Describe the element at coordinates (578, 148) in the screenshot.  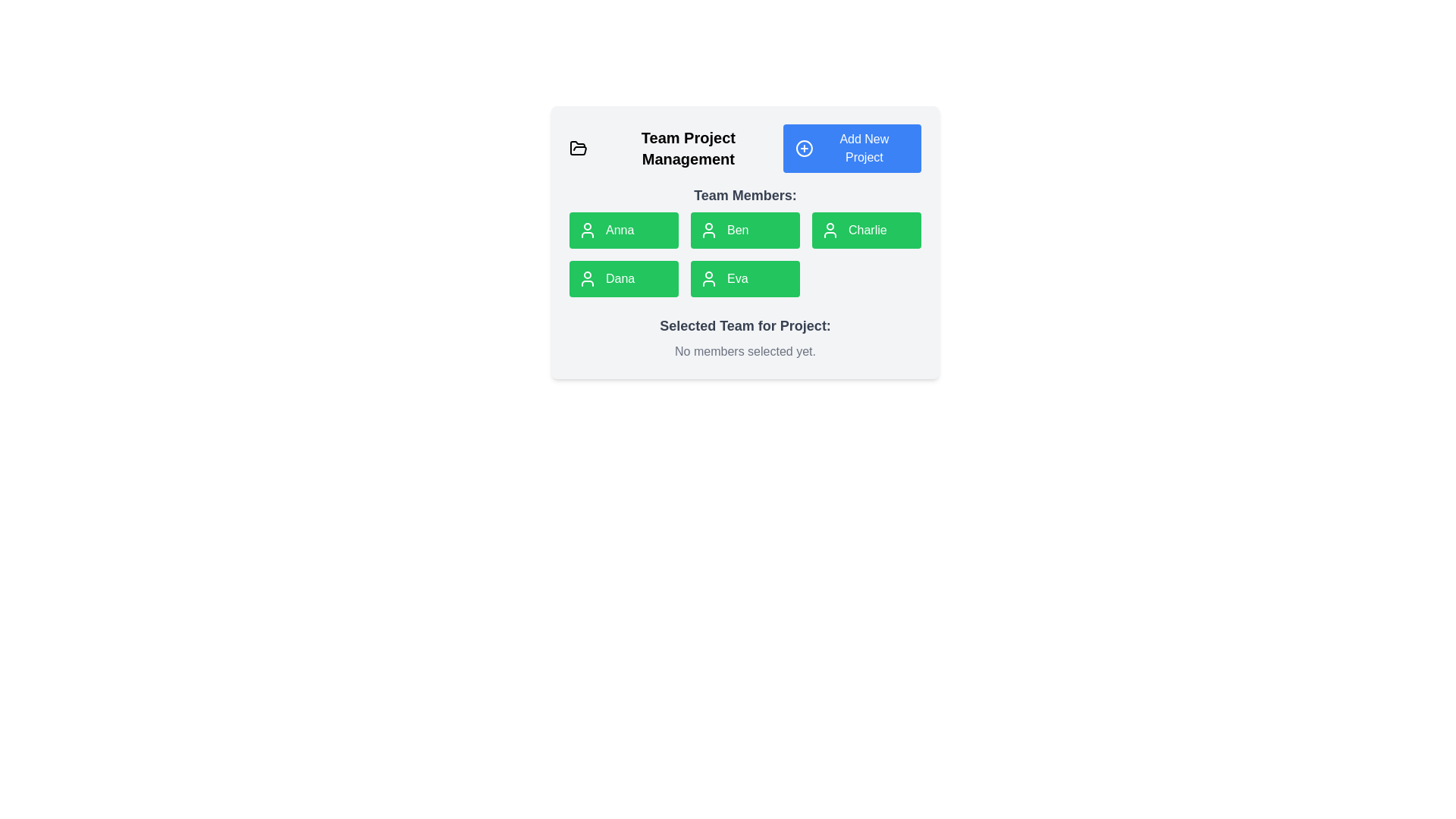
I see `the small graphic icon resembling an open folder located in the upper-left corner of the 'Team Project Management' section` at that location.